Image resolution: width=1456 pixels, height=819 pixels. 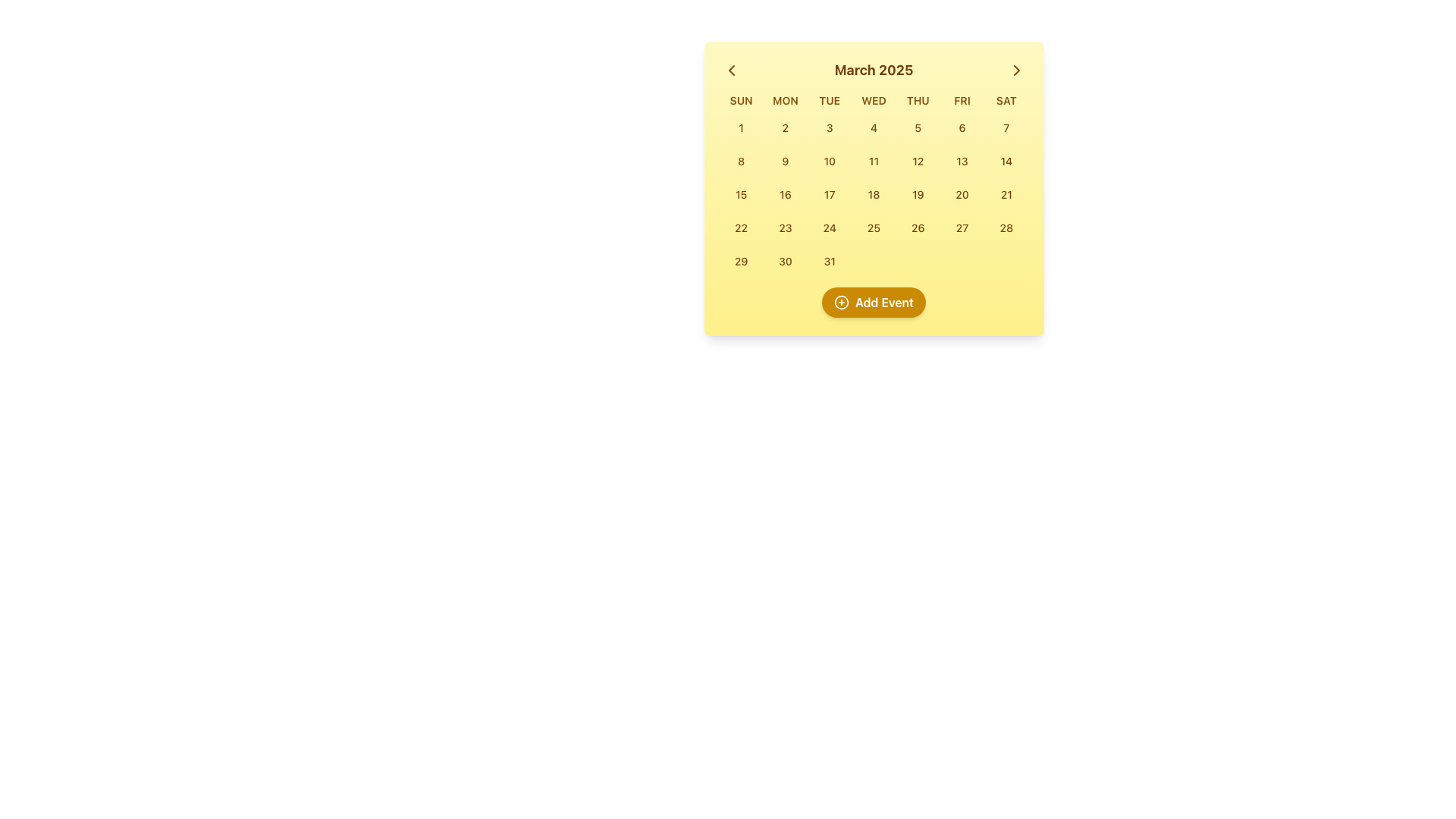 I want to click on the clickable date cell displaying '21' in the calendar grid, so click(x=1006, y=194).